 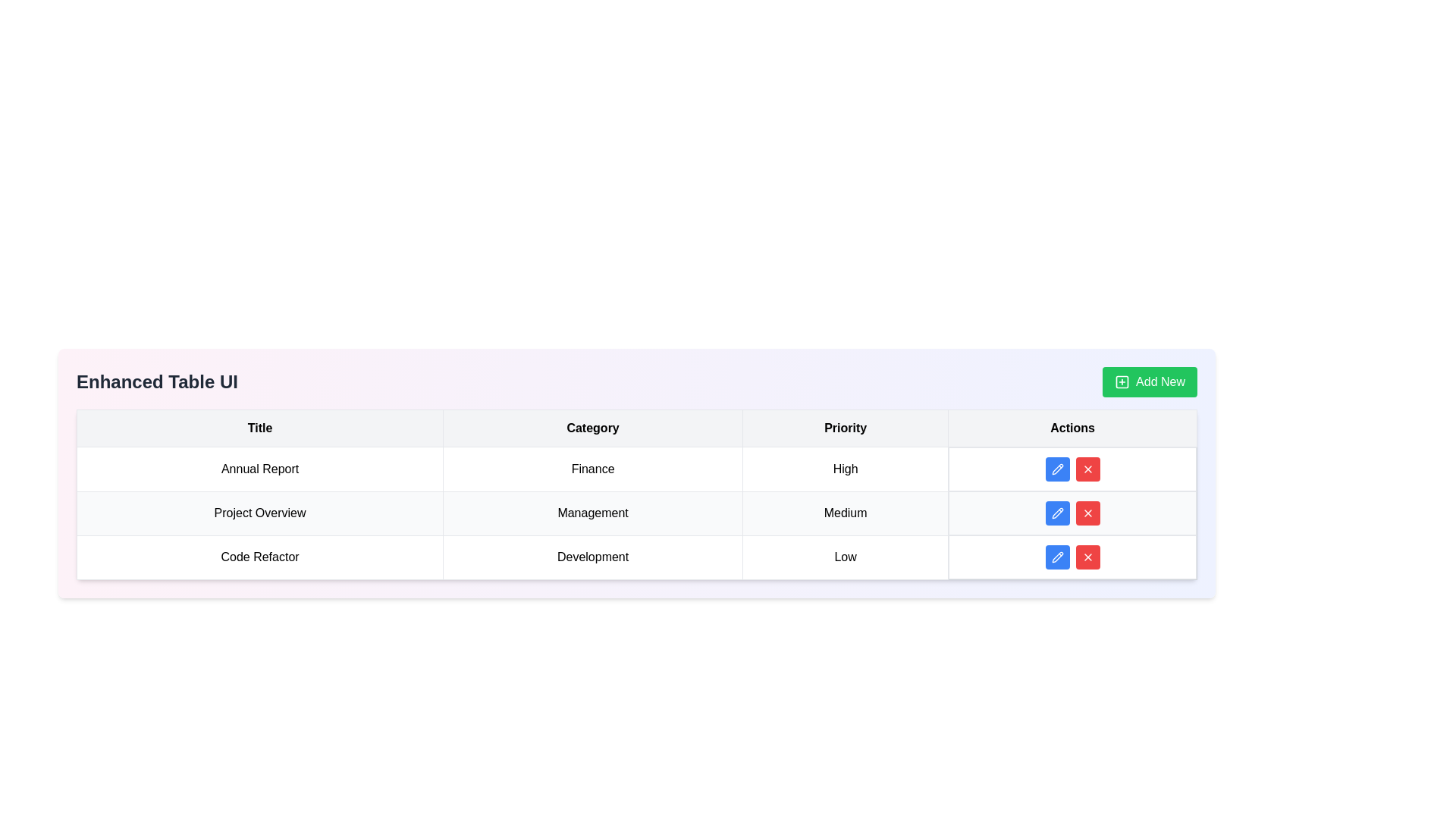 I want to click on text 'Title' from the Table Header Cell, which is the first cell in the row of a table representing the title information, so click(x=260, y=428).